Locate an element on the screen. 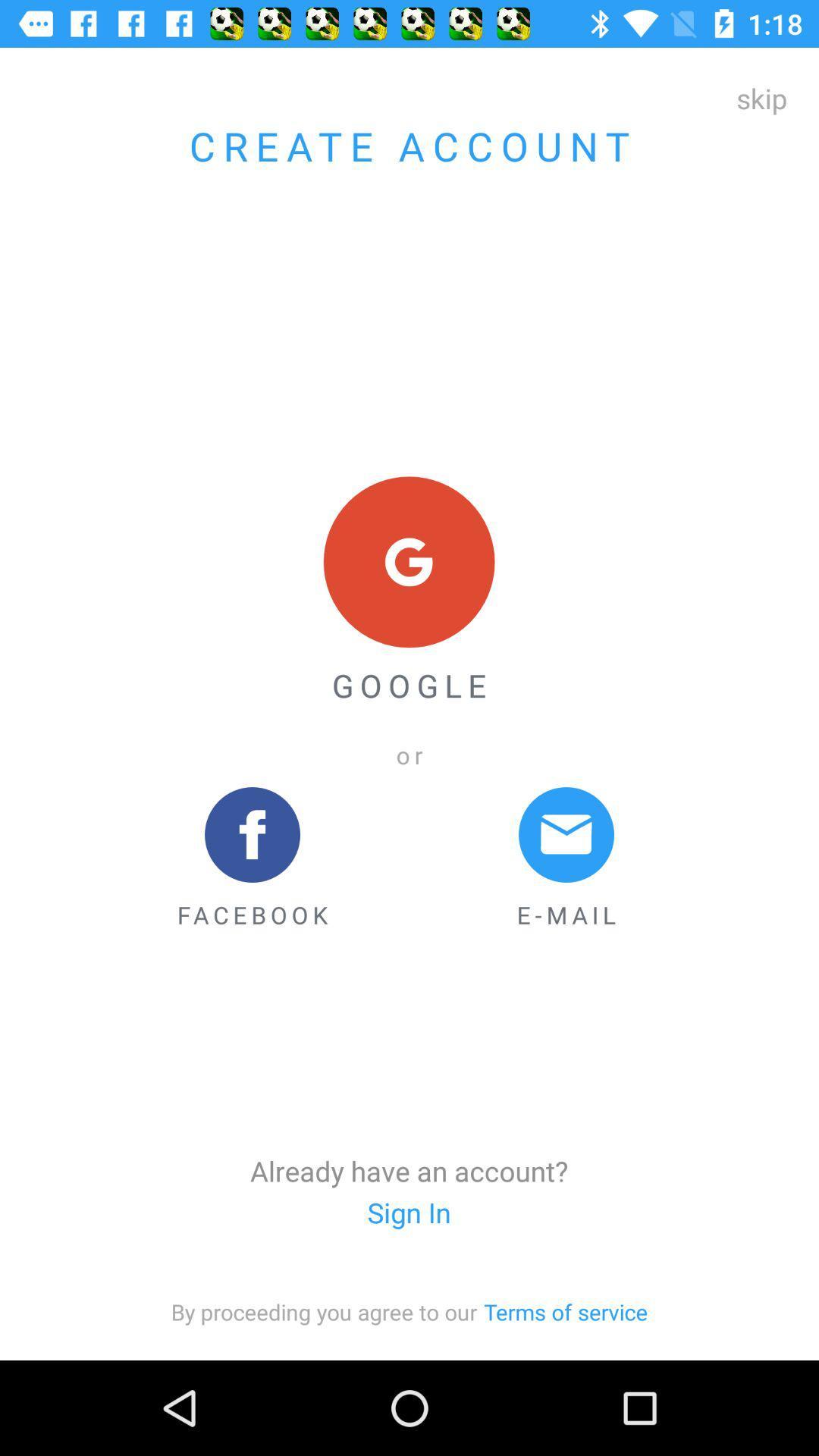  the icon next to create account icon is located at coordinates (761, 97).